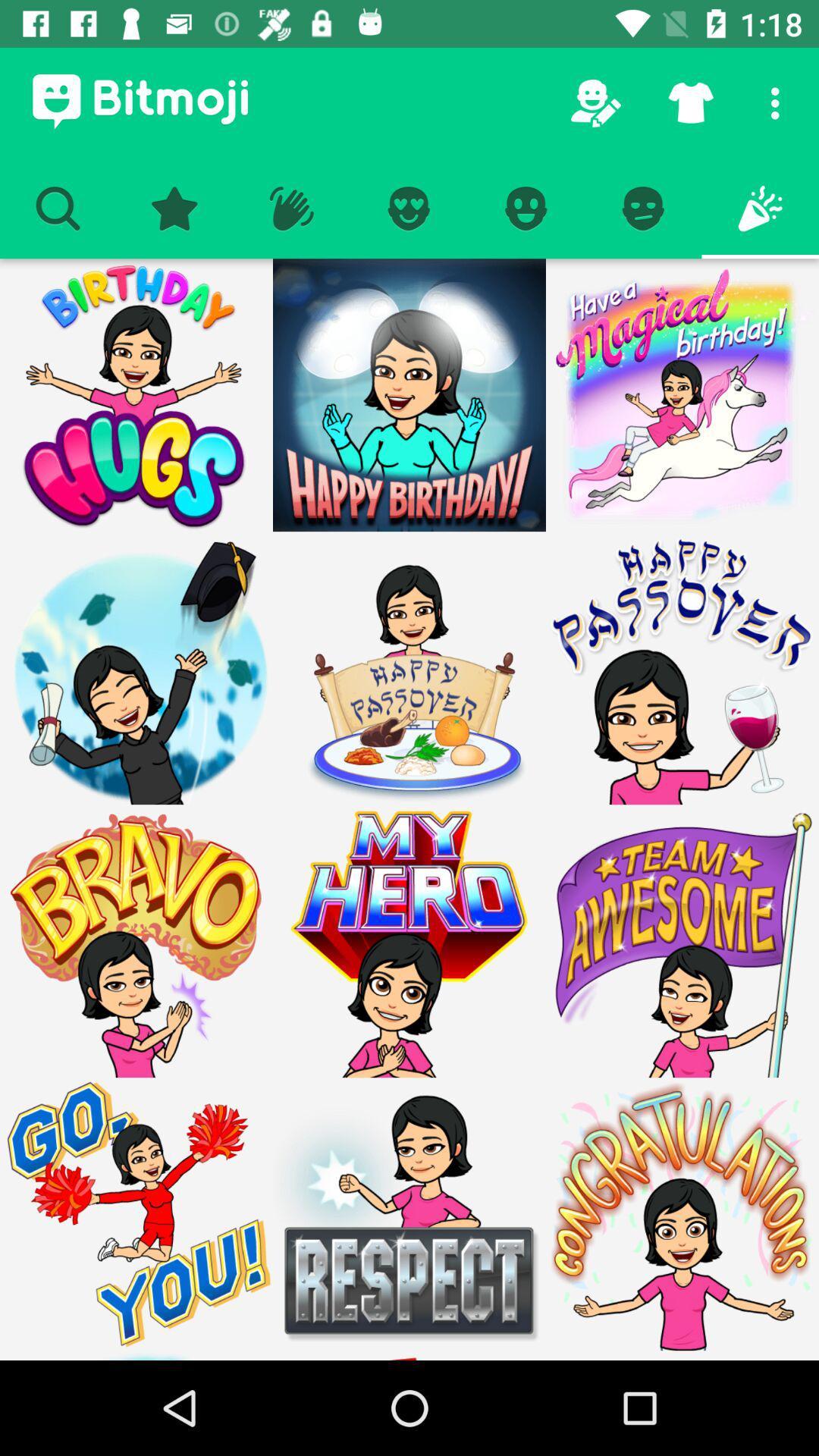 The width and height of the screenshot is (819, 1456). I want to click on graduate, so click(136, 667).